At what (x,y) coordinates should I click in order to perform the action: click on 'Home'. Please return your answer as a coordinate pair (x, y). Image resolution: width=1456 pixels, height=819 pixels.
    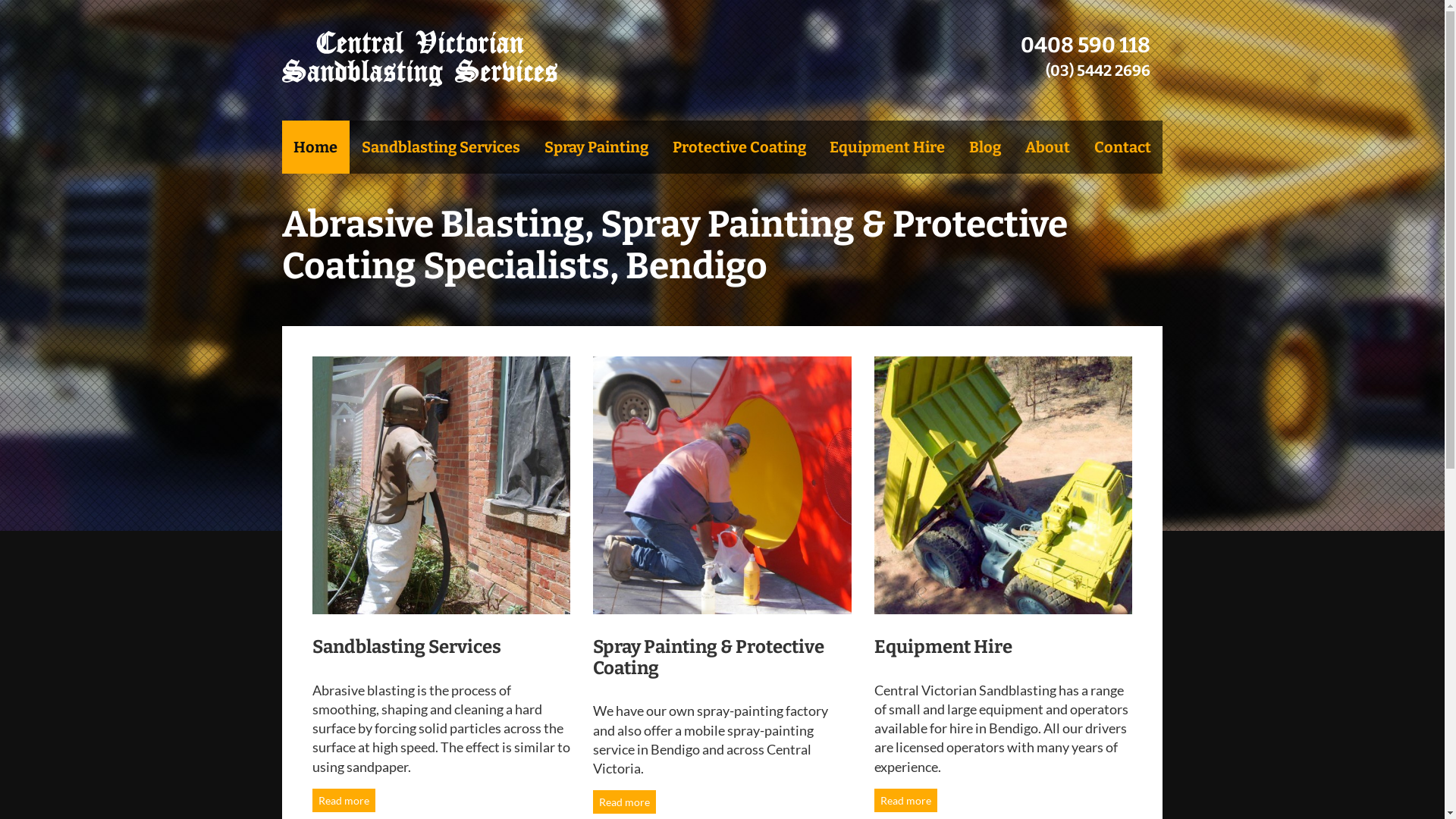
    Looking at the image, I should click on (315, 146).